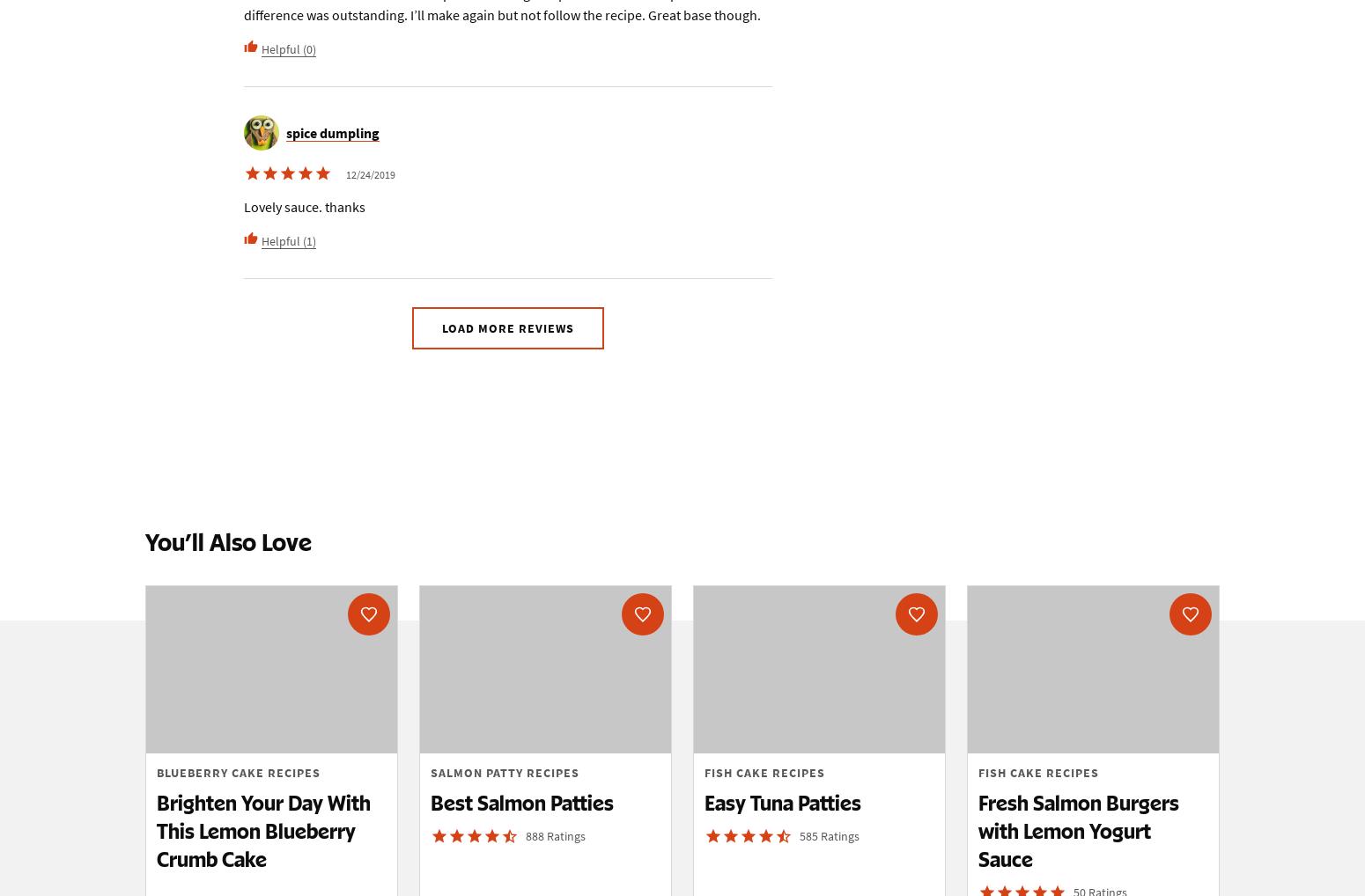 This screenshot has height=896, width=1365. What do you see at coordinates (332, 131) in the screenshot?
I see `'spice dumpling'` at bounding box center [332, 131].